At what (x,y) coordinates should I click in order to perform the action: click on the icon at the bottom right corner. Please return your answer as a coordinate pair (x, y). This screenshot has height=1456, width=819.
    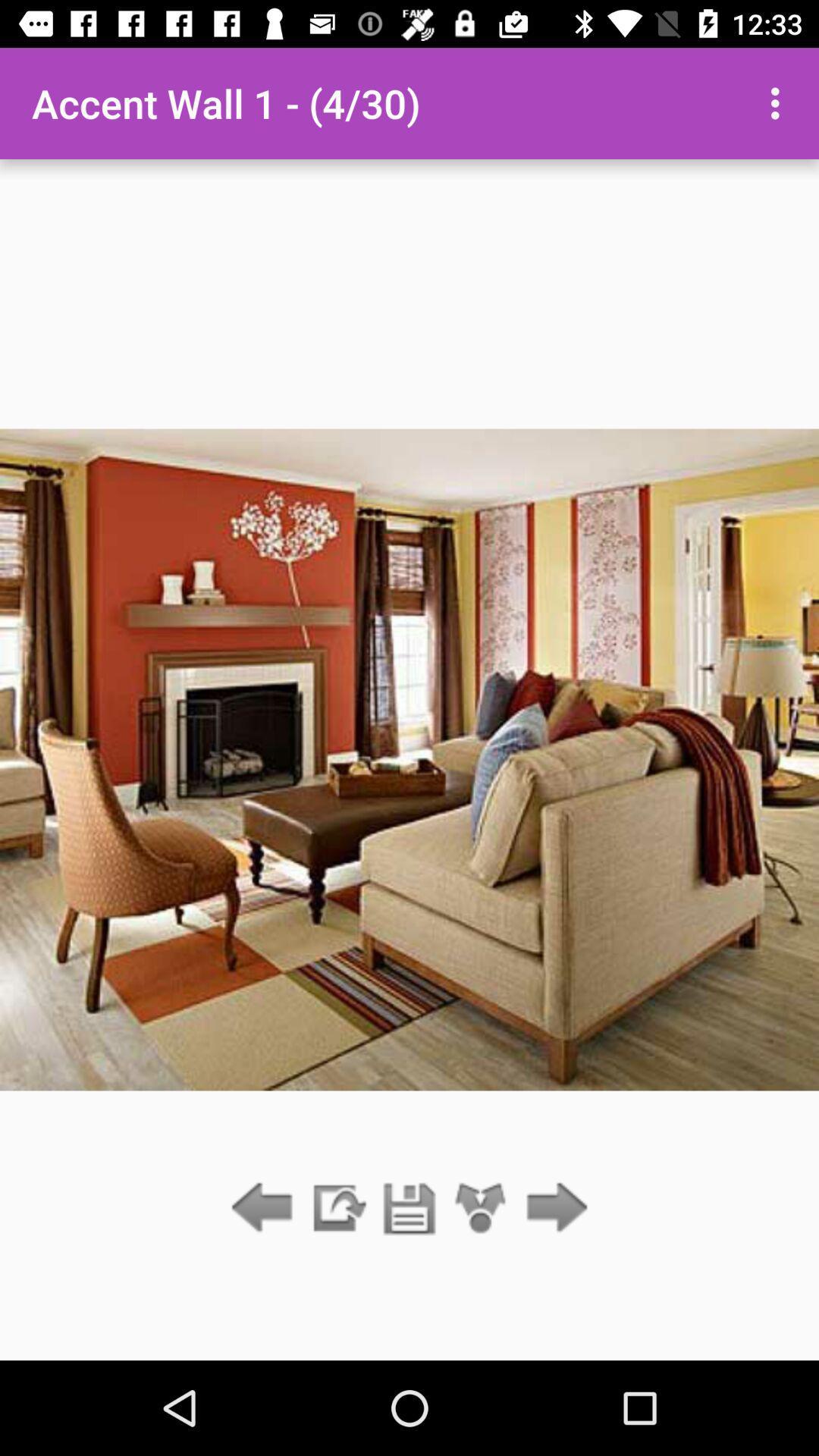
    Looking at the image, I should click on (553, 1208).